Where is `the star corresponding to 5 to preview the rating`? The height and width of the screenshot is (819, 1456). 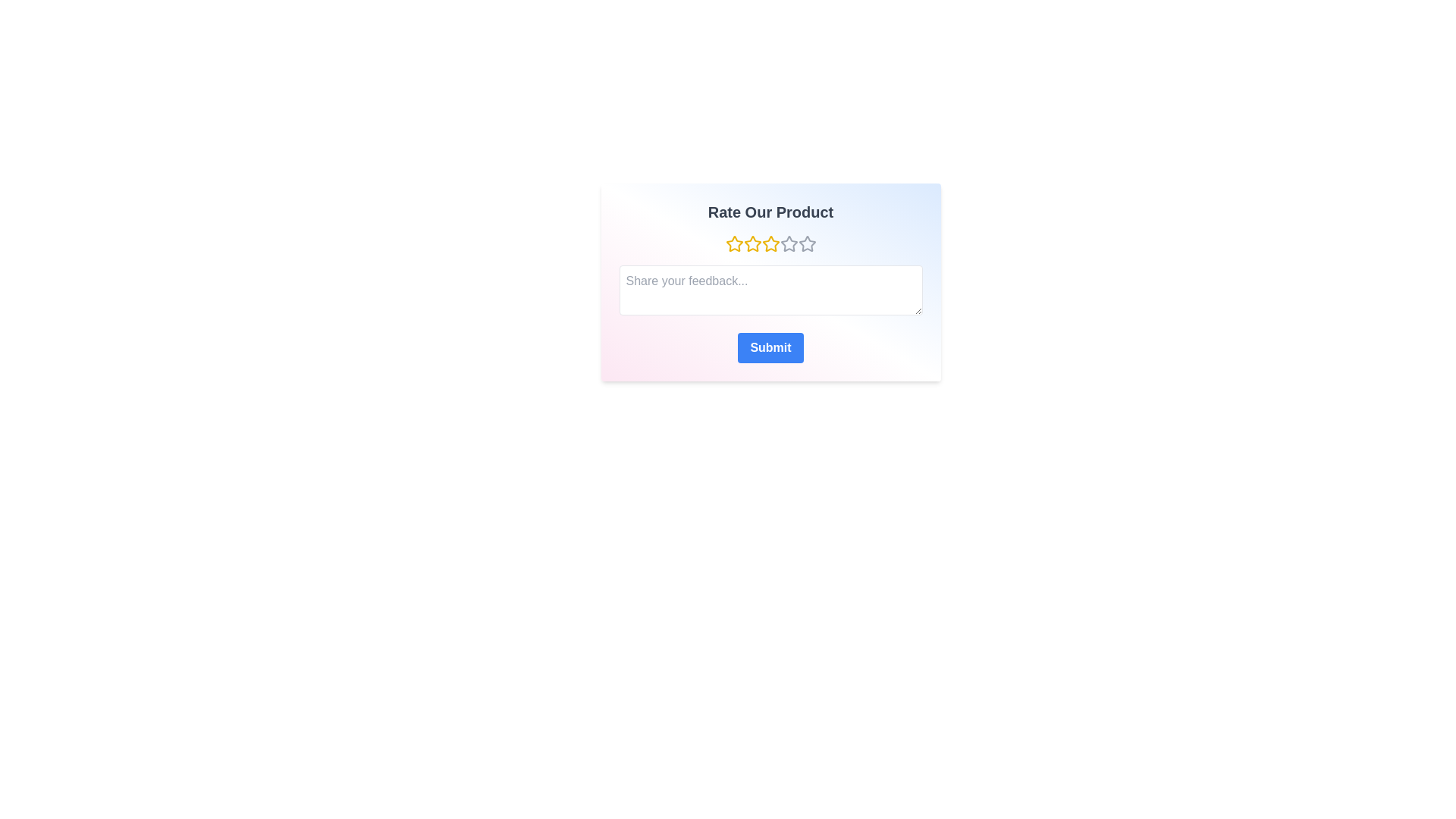
the star corresponding to 5 to preview the rating is located at coordinates (806, 243).